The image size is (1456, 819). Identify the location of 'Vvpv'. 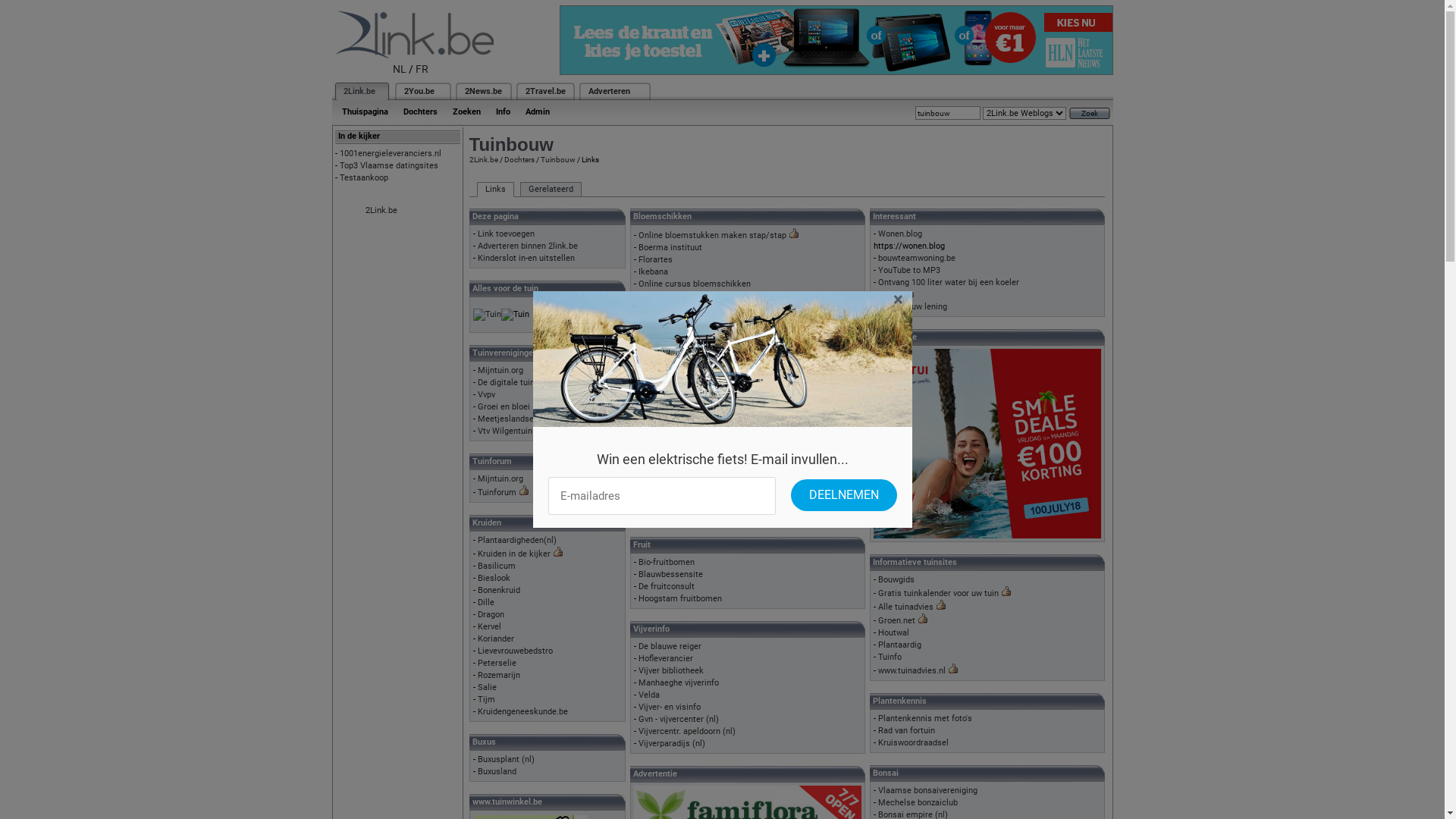
(486, 394).